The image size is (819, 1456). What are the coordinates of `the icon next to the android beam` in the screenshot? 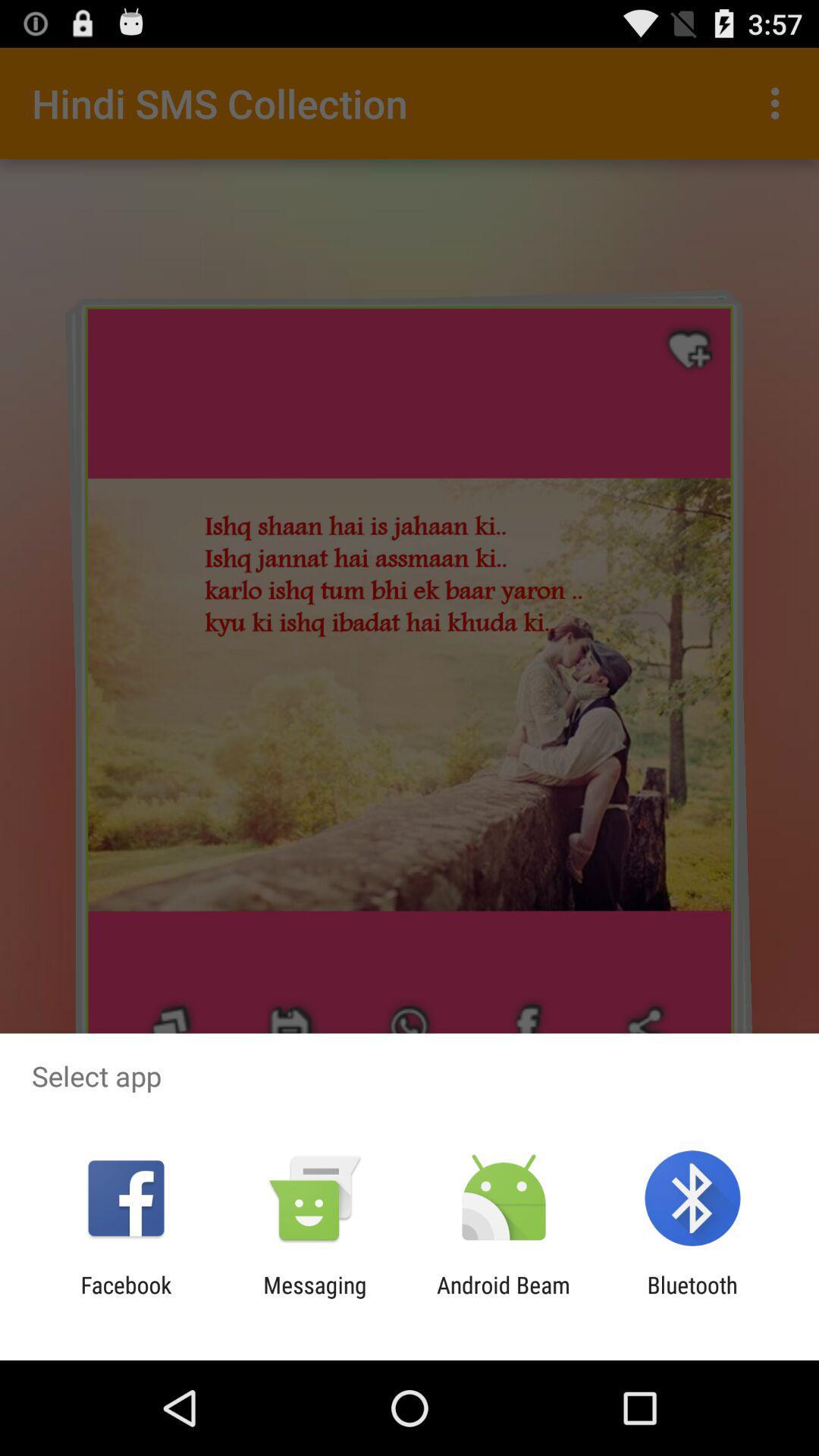 It's located at (314, 1298).